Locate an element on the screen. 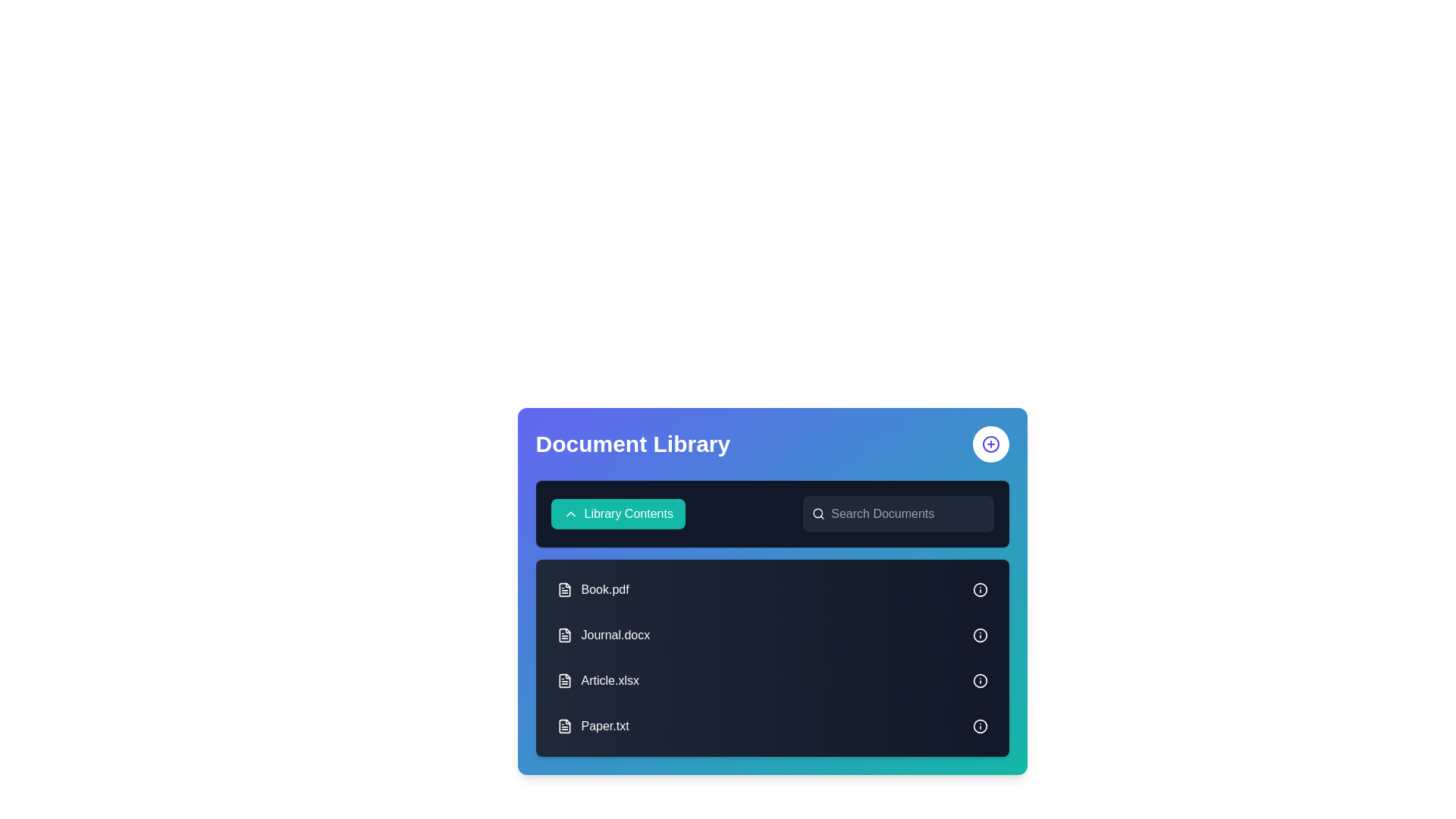  the info icon indicator in the rightmost column of the list item for 'Paper.txt' in the document list section is located at coordinates (980, 725).